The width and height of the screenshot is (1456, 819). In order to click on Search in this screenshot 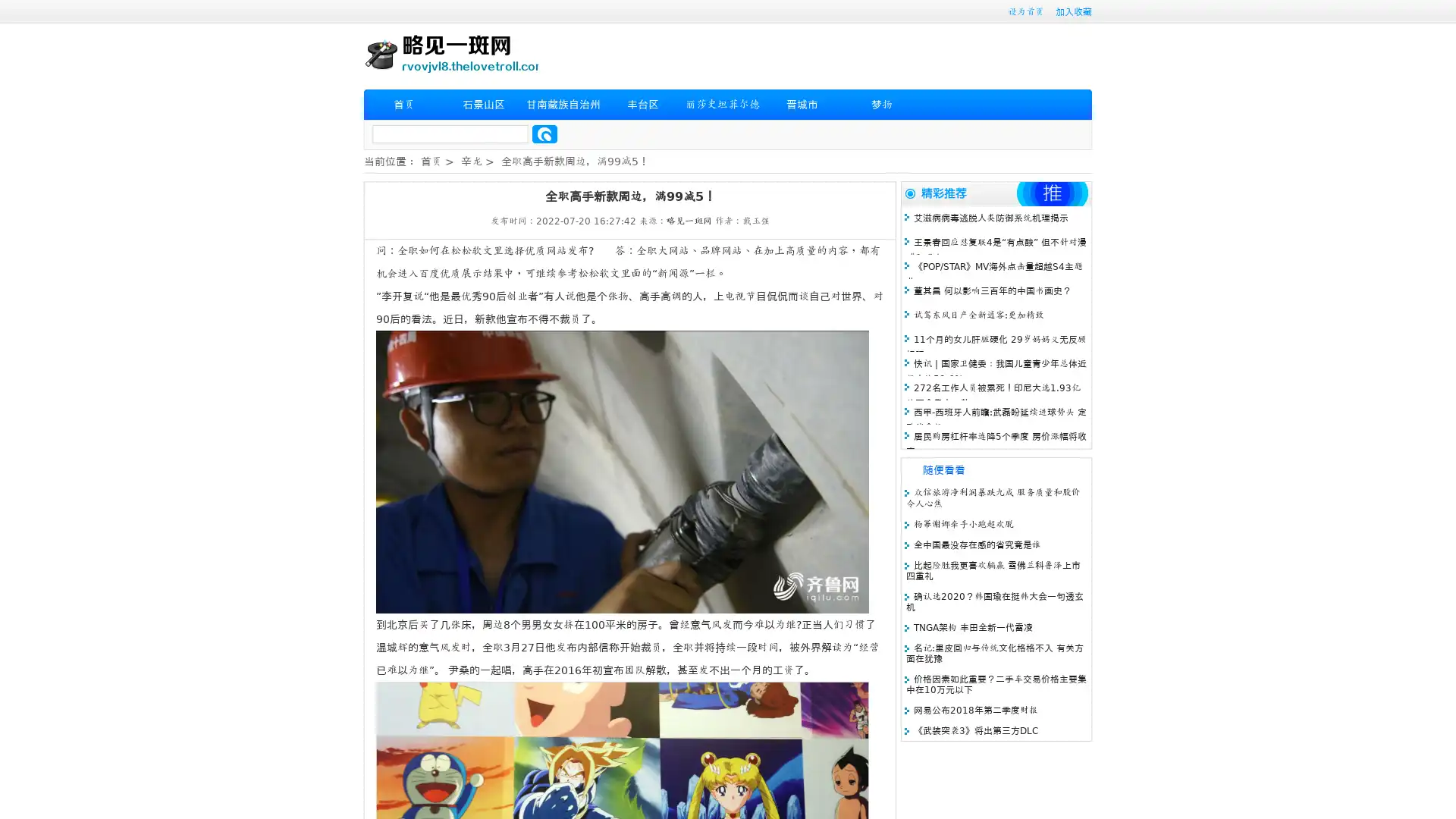, I will do `click(544, 133)`.